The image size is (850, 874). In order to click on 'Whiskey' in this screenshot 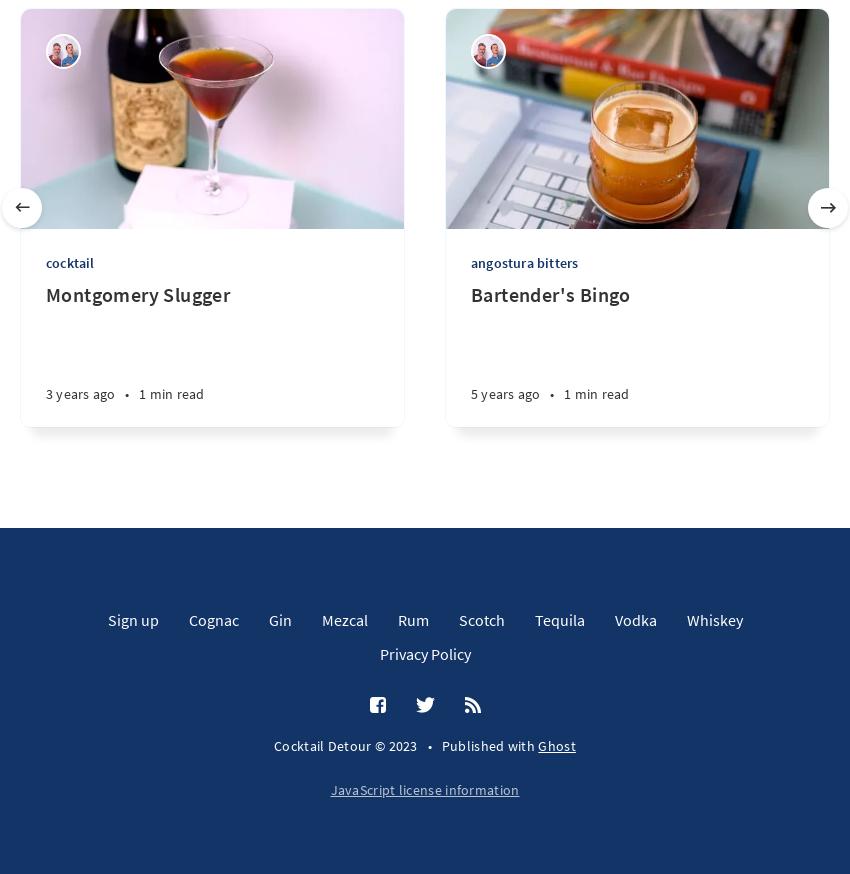, I will do `click(713, 617)`.